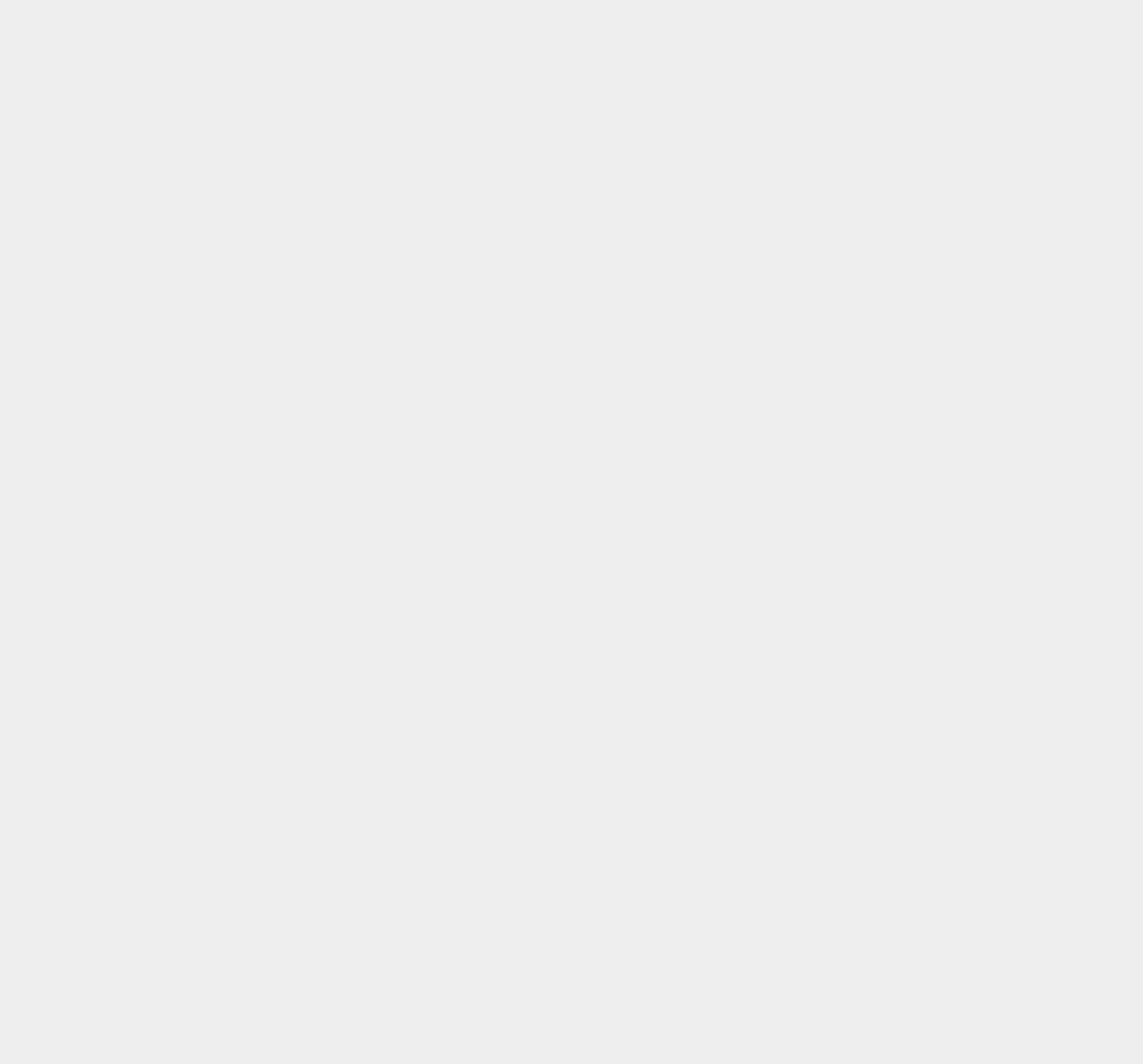 Image resolution: width=1143 pixels, height=1064 pixels. I want to click on 'Graphic Design', so click(853, 171).